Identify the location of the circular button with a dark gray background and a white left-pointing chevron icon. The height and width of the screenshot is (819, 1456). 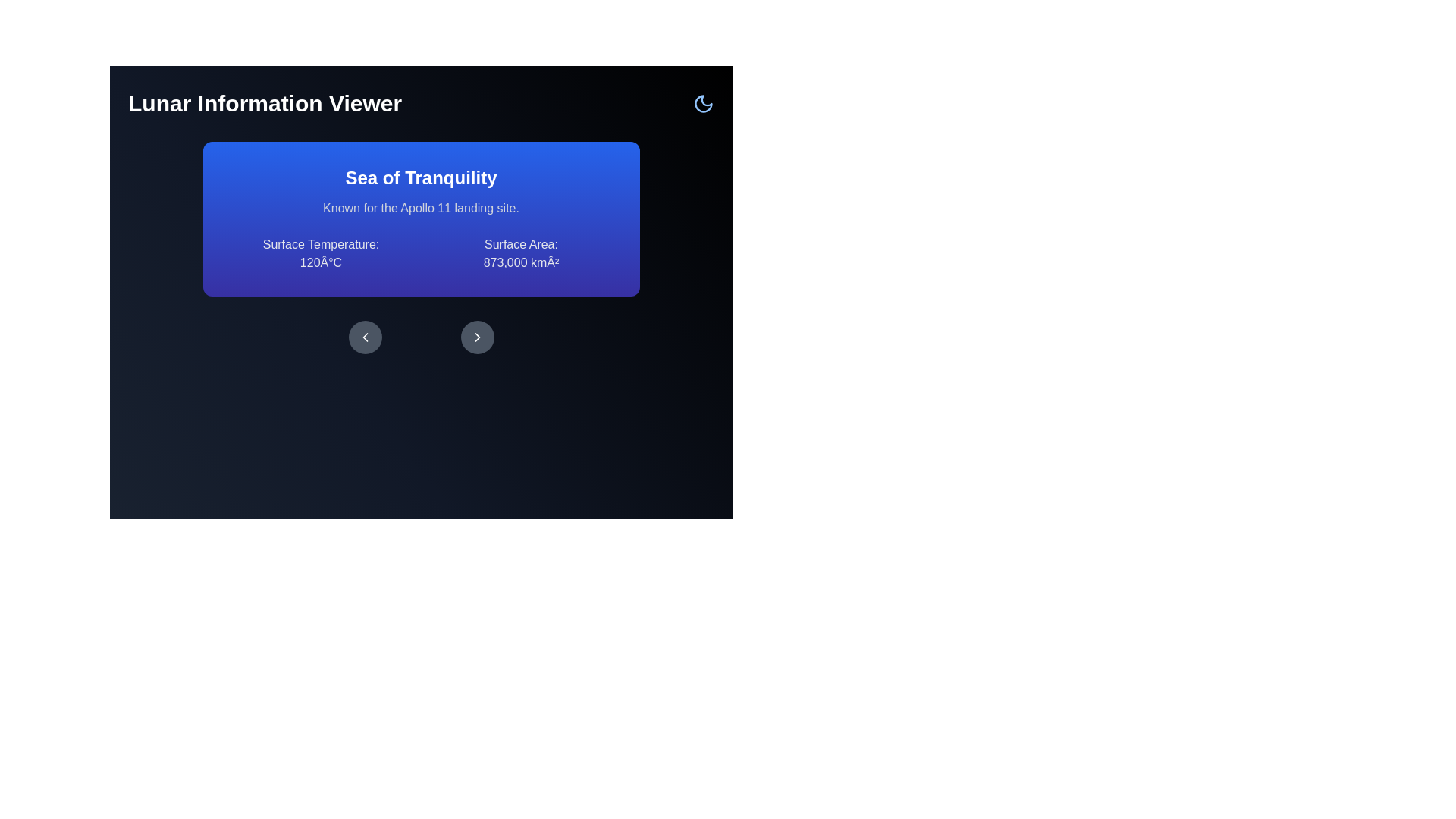
(365, 336).